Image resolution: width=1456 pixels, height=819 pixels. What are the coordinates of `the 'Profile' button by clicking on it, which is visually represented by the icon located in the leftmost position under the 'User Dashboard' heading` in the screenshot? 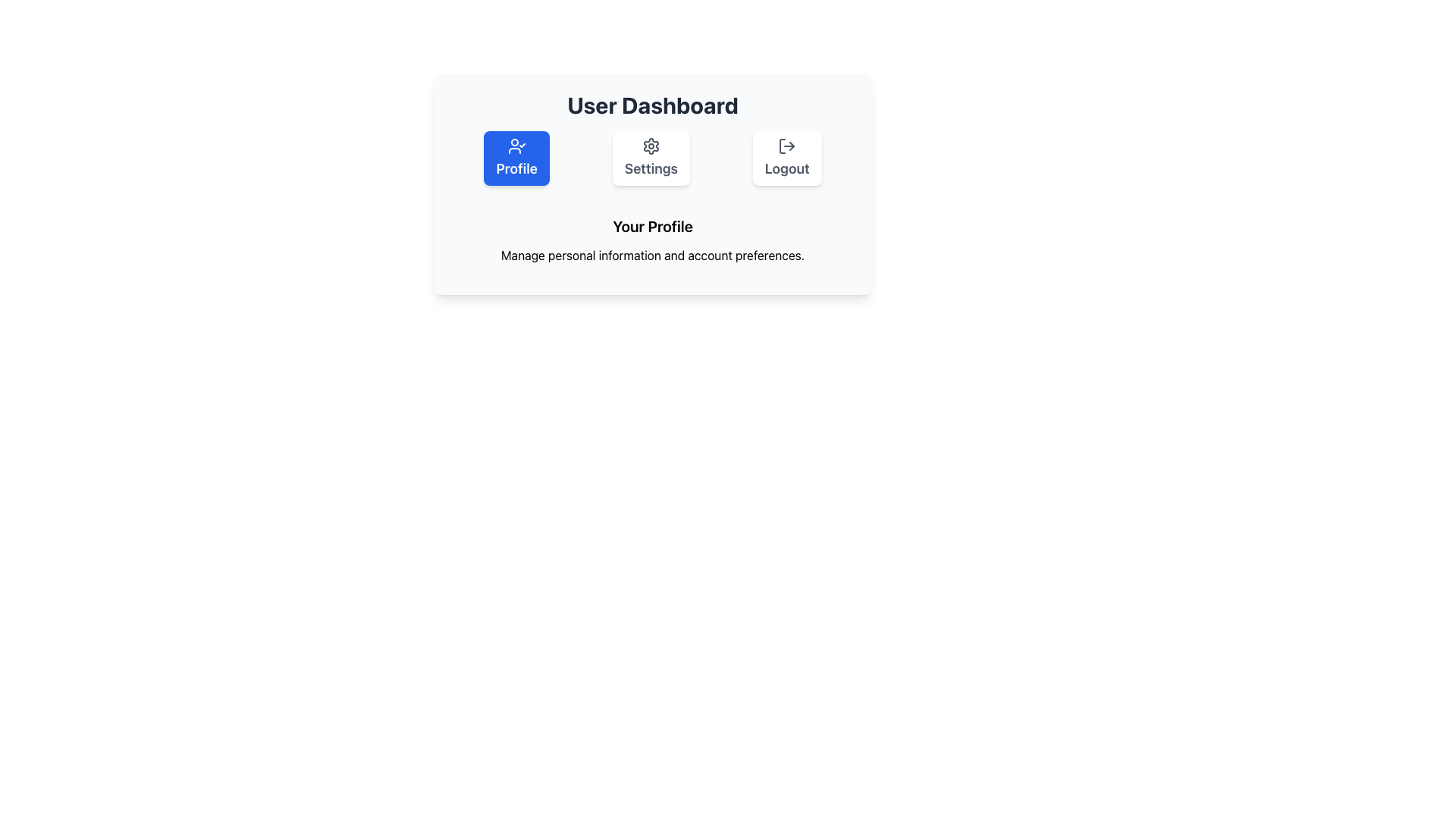 It's located at (516, 146).